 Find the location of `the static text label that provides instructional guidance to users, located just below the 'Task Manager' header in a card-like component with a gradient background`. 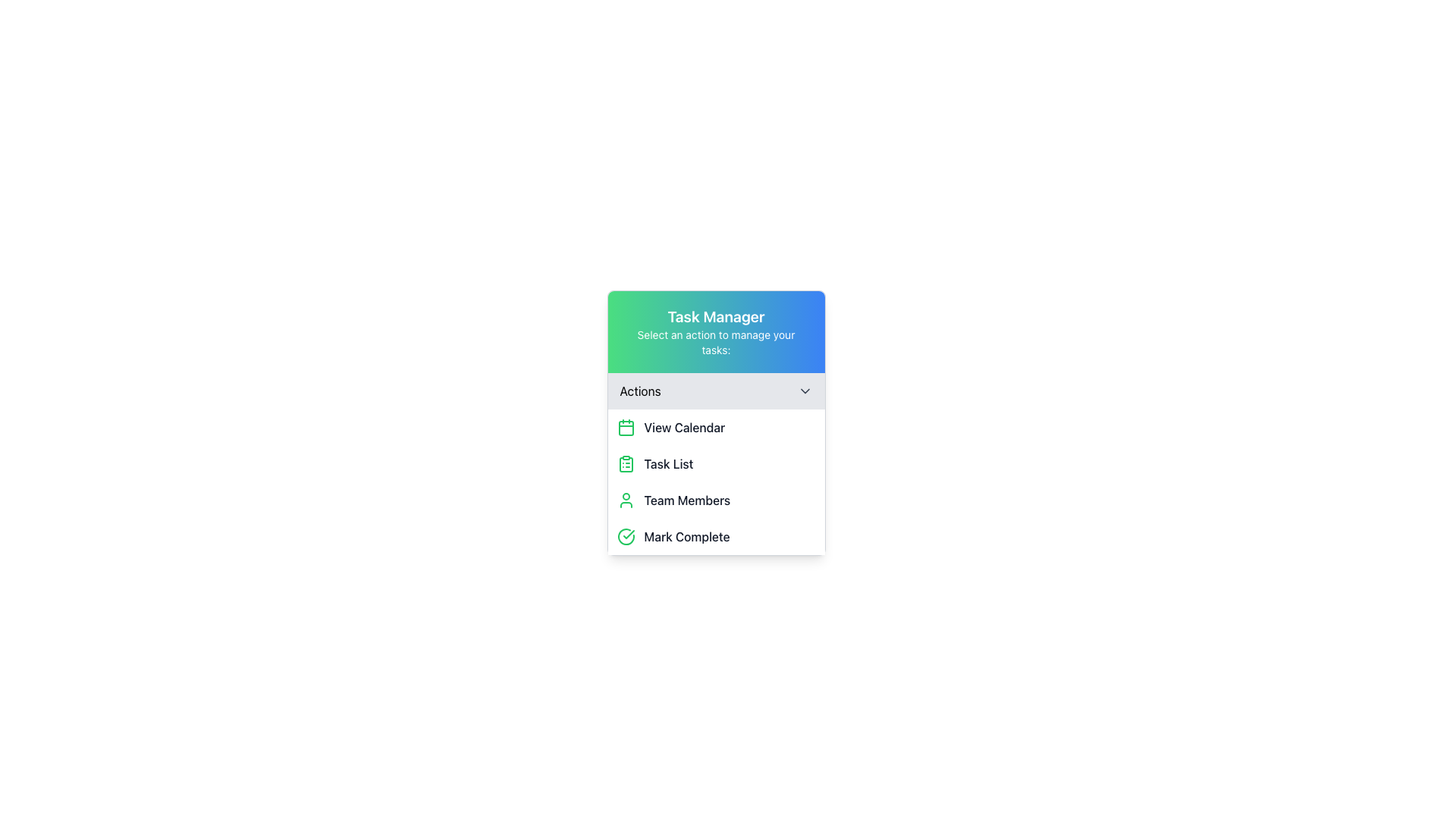

the static text label that provides instructional guidance to users, located just below the 'Task Manager' header in a card-like component with a gradient background is located at coordinates (715, 342).